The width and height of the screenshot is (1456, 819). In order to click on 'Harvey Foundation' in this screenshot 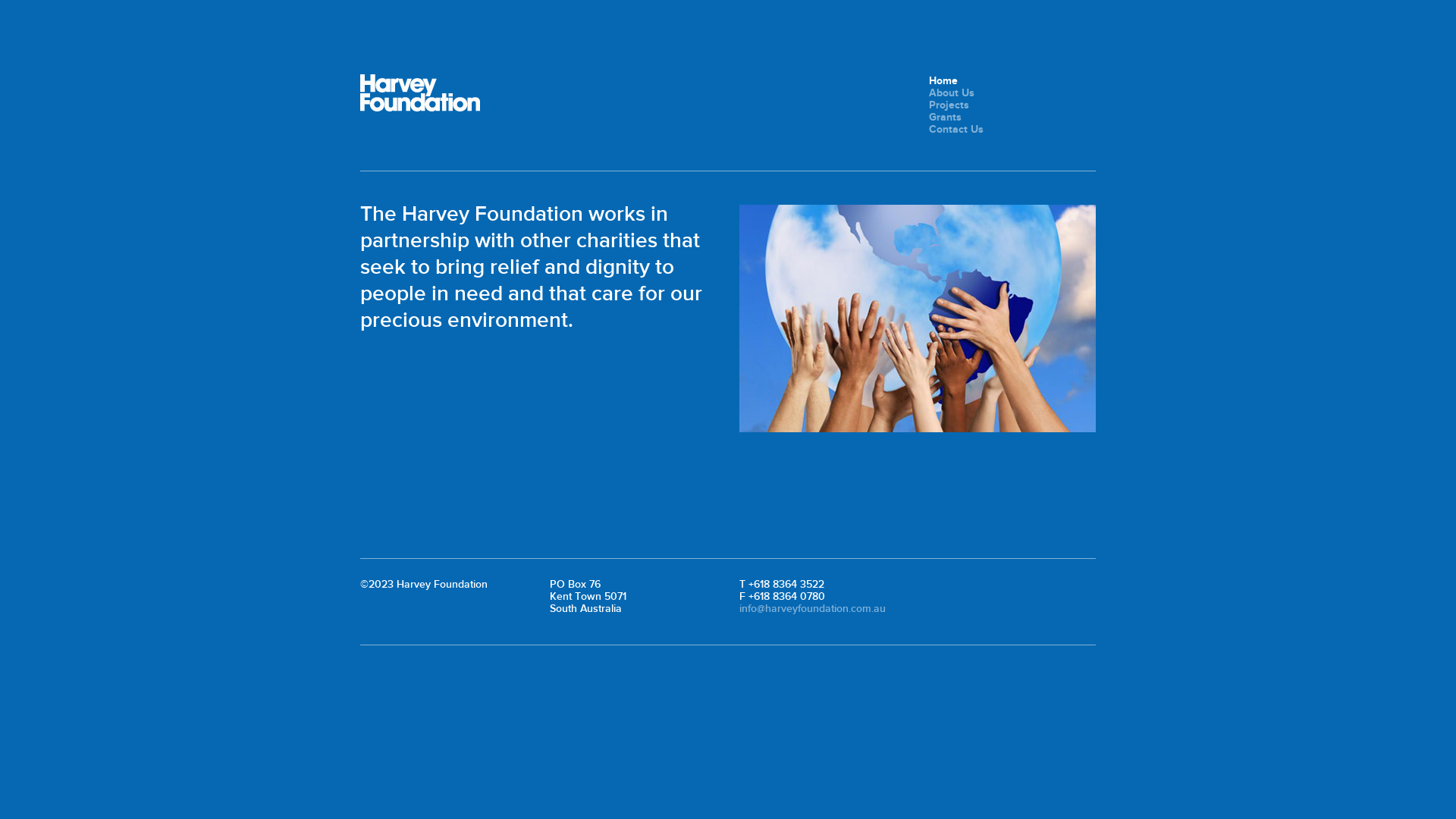, I will do `click(419, 93)`.